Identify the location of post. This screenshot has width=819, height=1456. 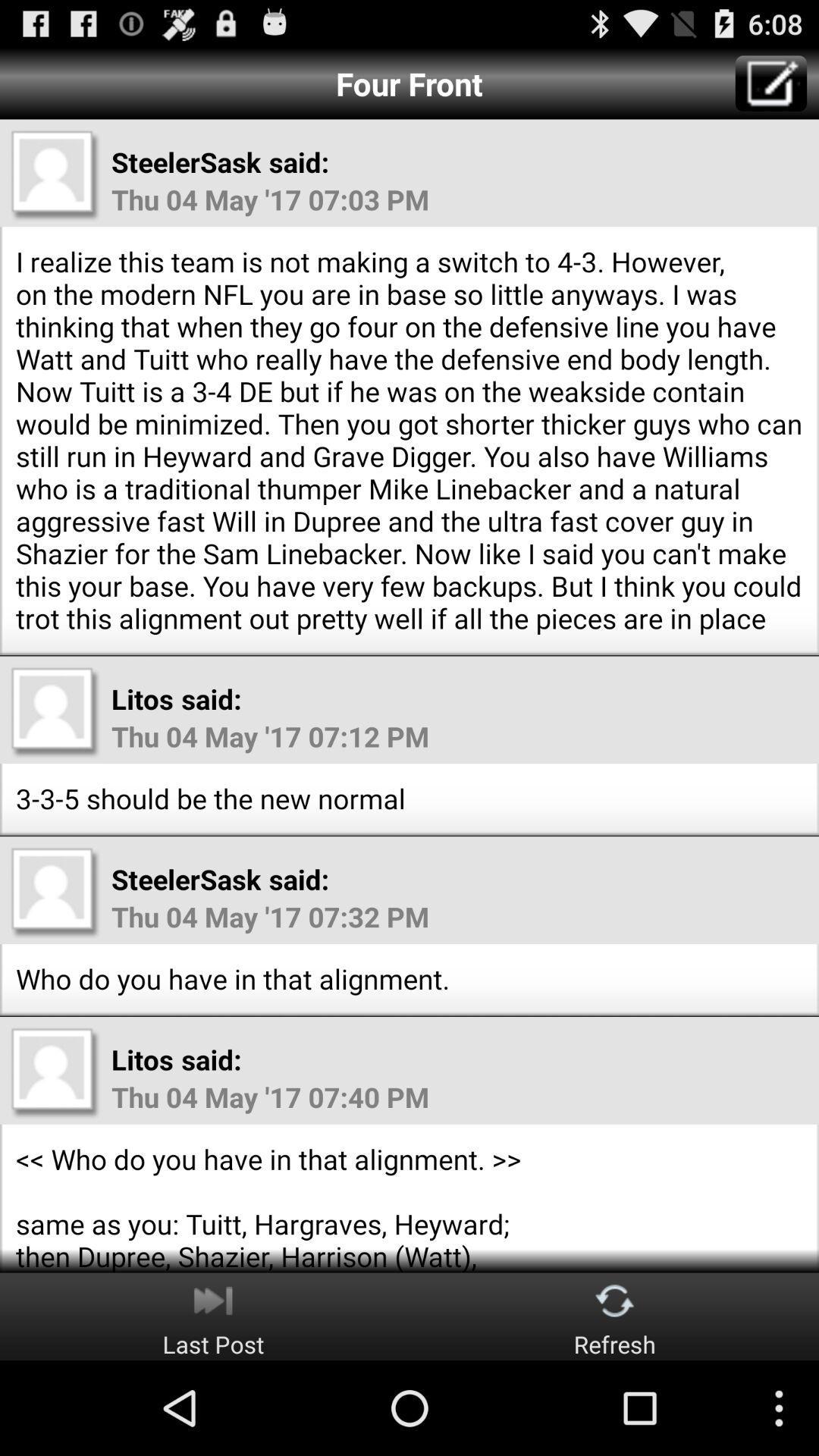
(771, 83).